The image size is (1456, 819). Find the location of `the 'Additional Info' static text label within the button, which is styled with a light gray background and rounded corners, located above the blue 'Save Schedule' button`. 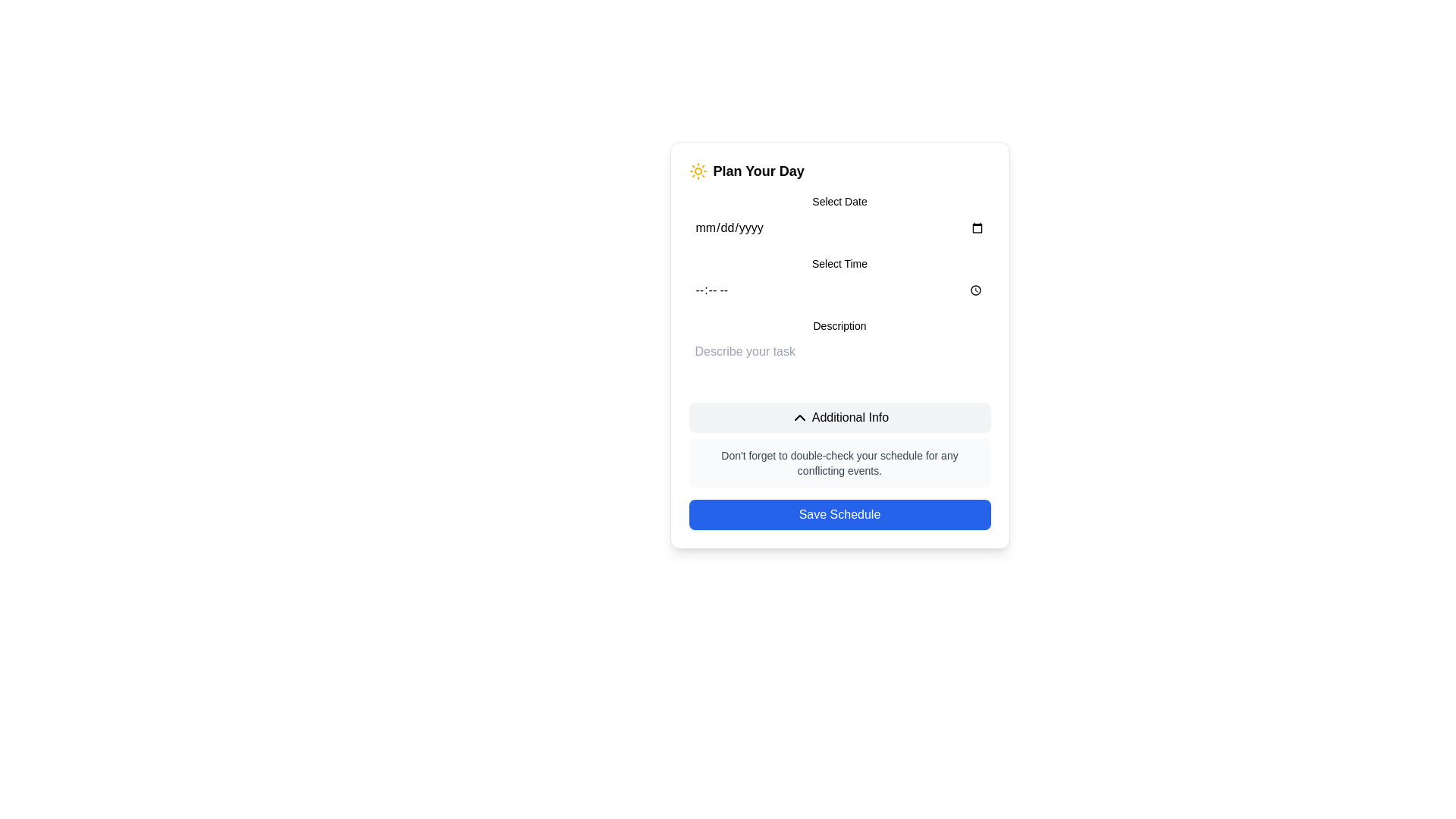

the 'Additional Info' static text label within the button, which is styled with a light gray background and rounded corners, located above the blue 'Save Schedule' button is located at coordinates (850, 418).